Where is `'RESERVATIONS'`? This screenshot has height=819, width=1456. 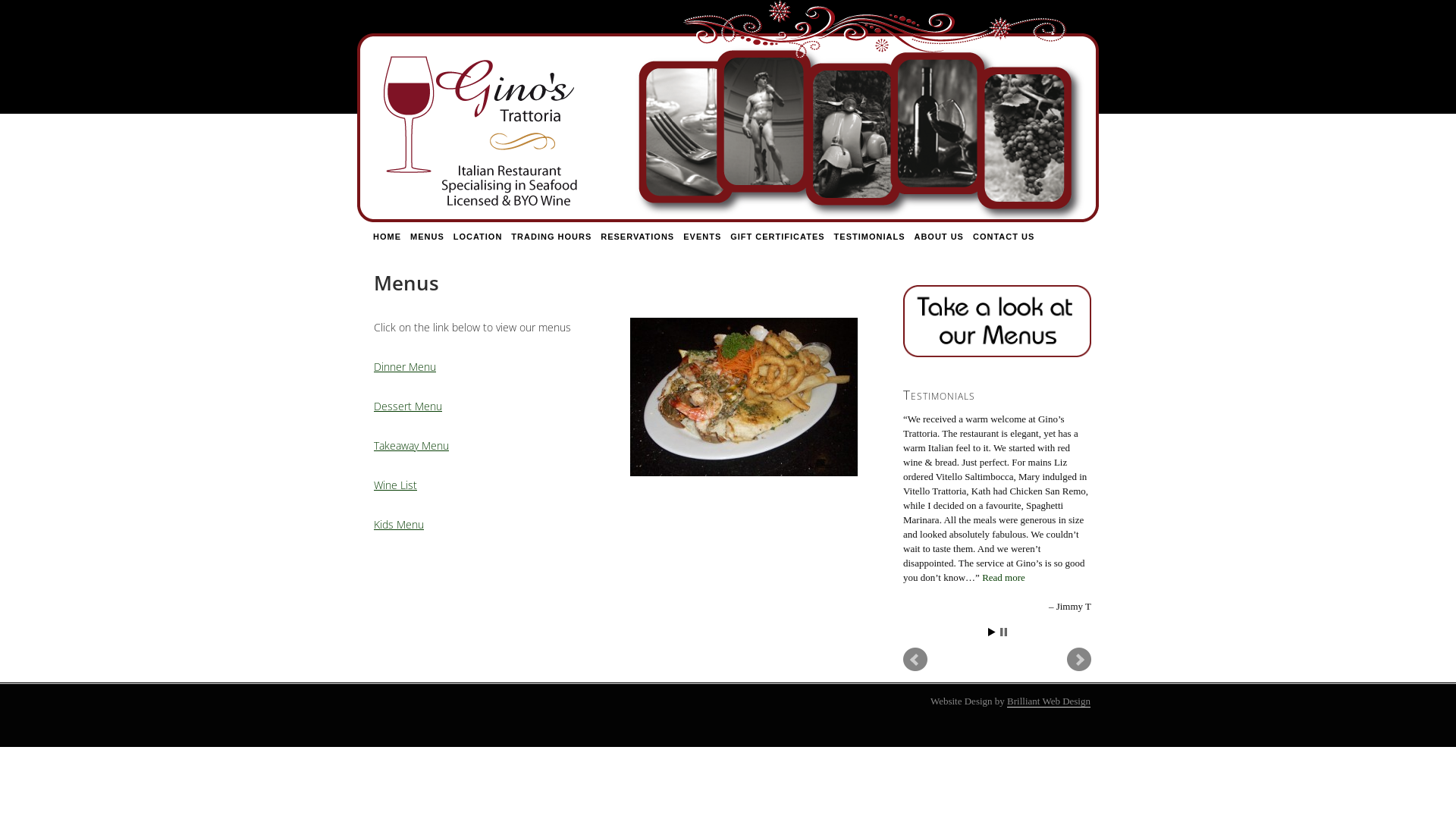
'RESERVATIONS' is located at coordinates (637, 237).